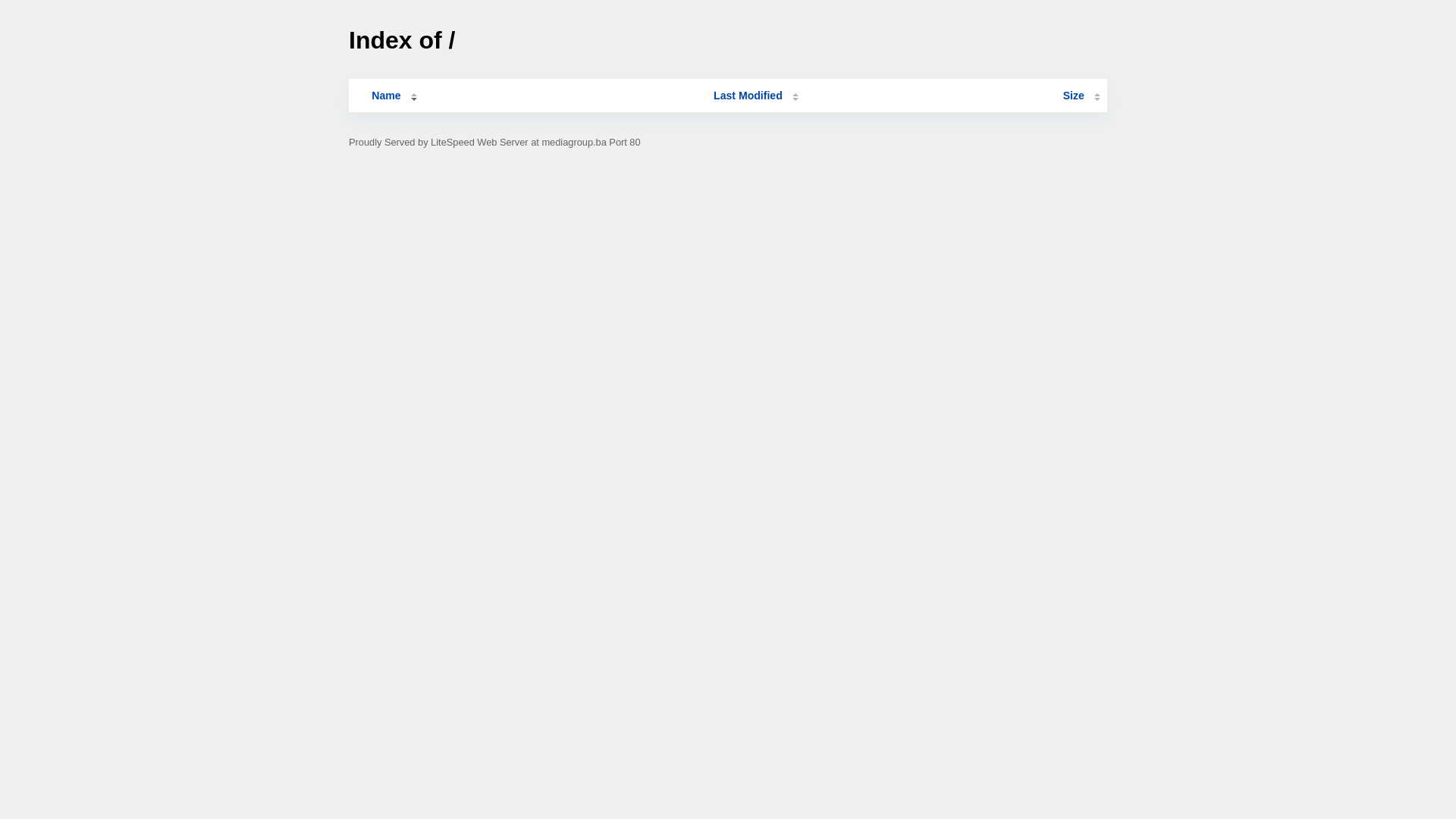 The height and width of the screenshot is (819, 1456). What do you see at coordinates (385, 96) in the screenshot?
I see `'Name'` at bounding box center [385, 96].